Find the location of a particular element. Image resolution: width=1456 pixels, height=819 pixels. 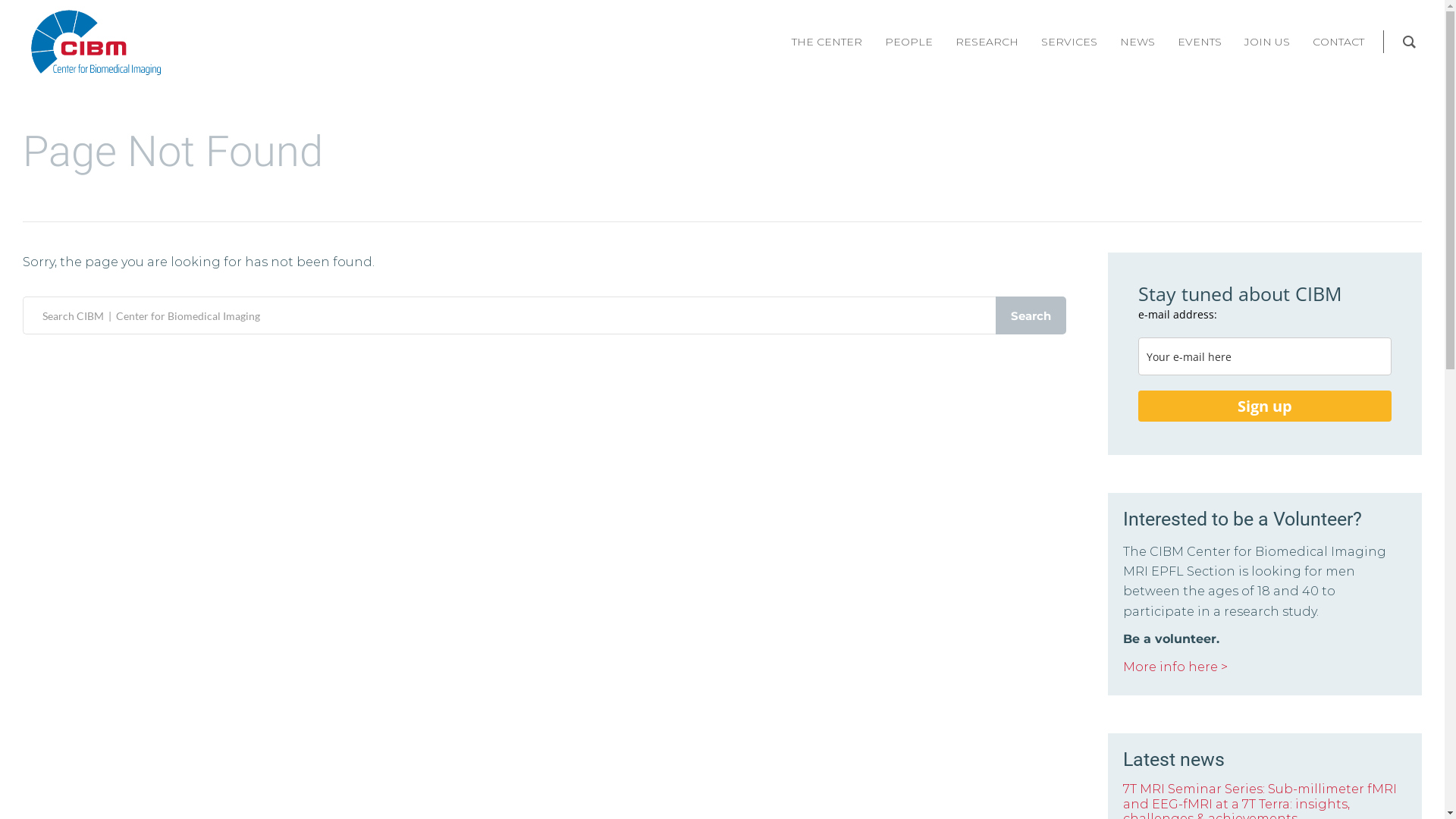

'NEWS' is located at coordinates (1137, 40).